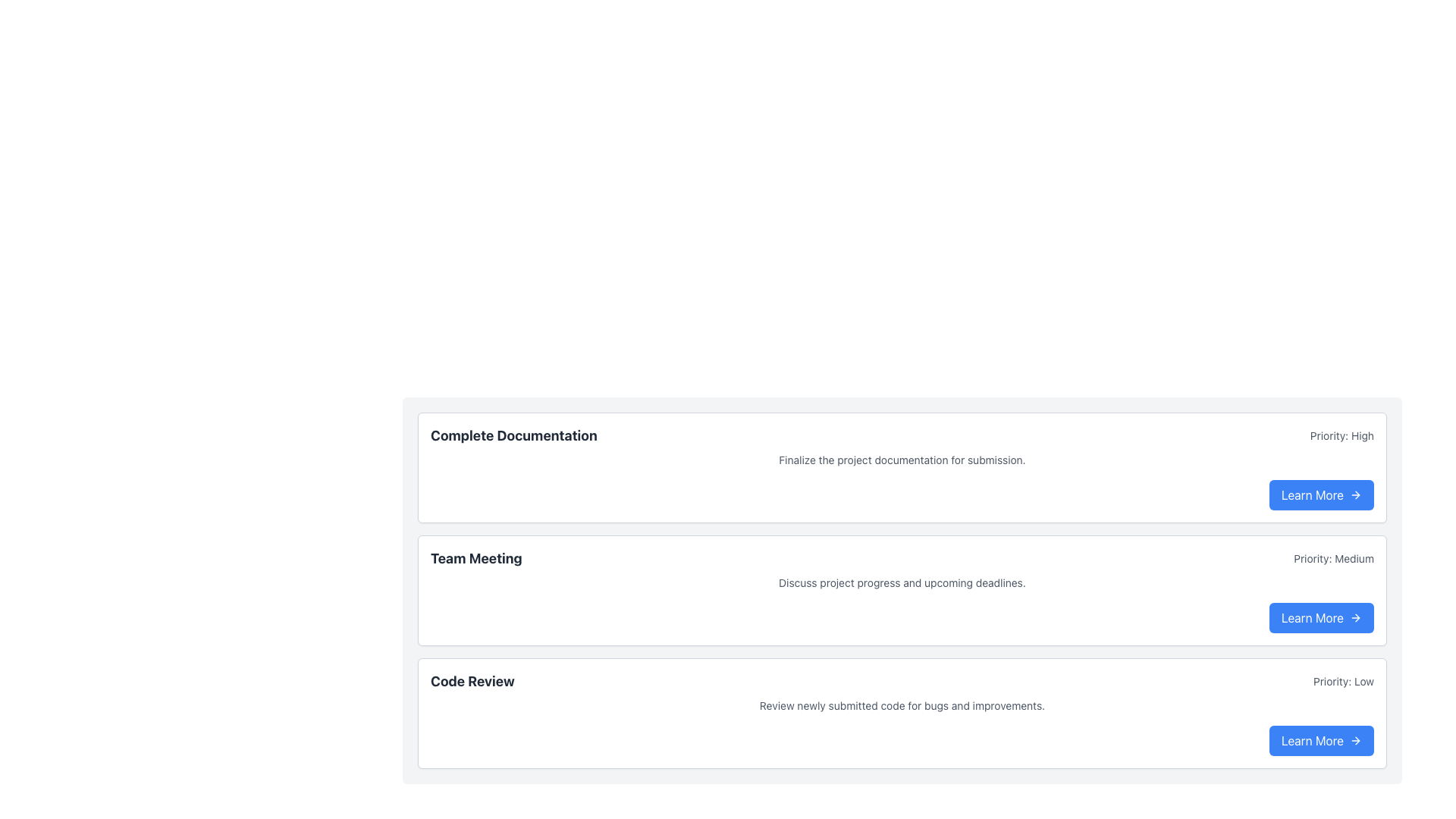 This screenshot has width=1456, height=819. I want to click on the rightward-pointing arrow icon located on the far right side of the 'Learn More' button, so click(1356, 494).